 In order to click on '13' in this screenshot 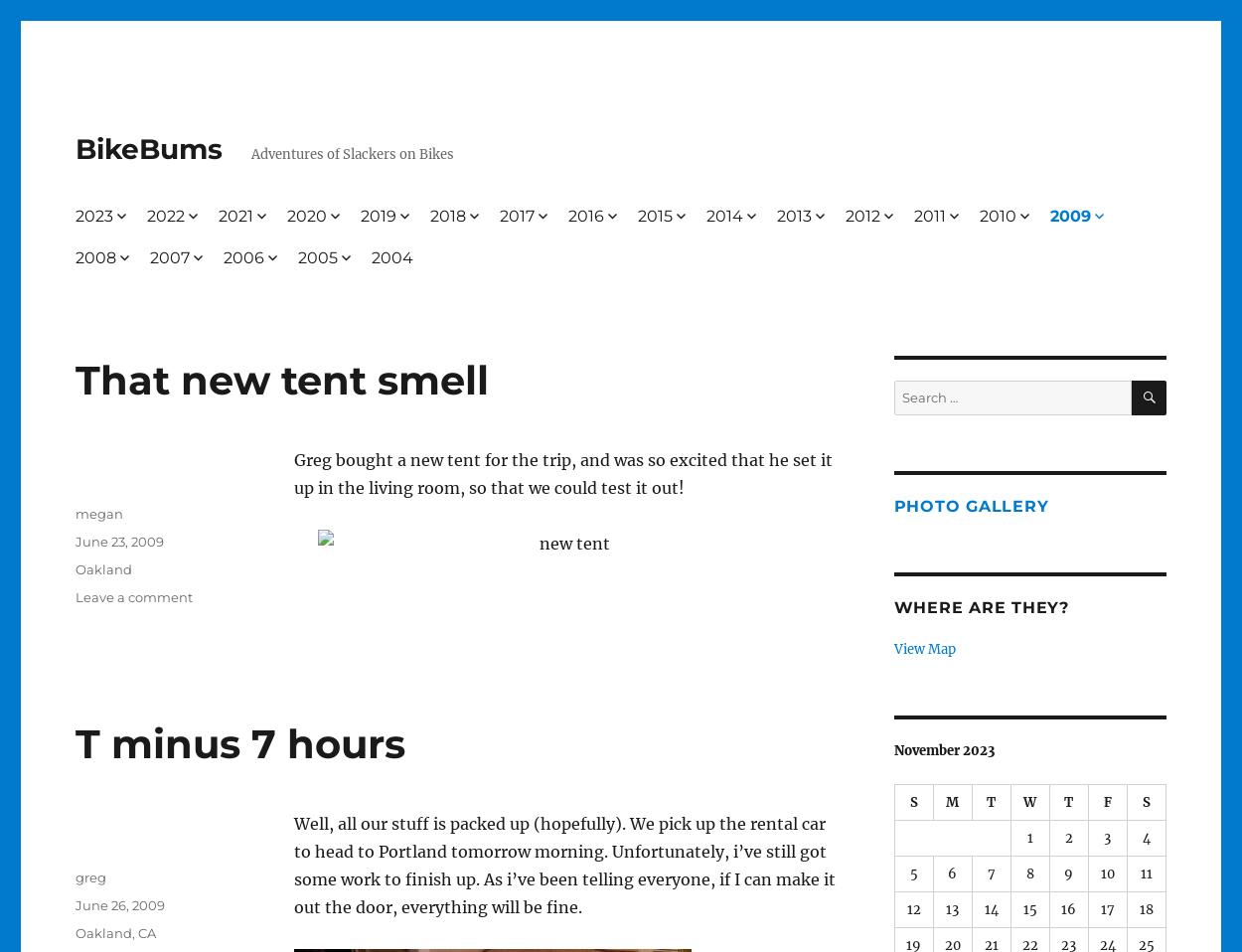, I will do `click(951, 908)`.